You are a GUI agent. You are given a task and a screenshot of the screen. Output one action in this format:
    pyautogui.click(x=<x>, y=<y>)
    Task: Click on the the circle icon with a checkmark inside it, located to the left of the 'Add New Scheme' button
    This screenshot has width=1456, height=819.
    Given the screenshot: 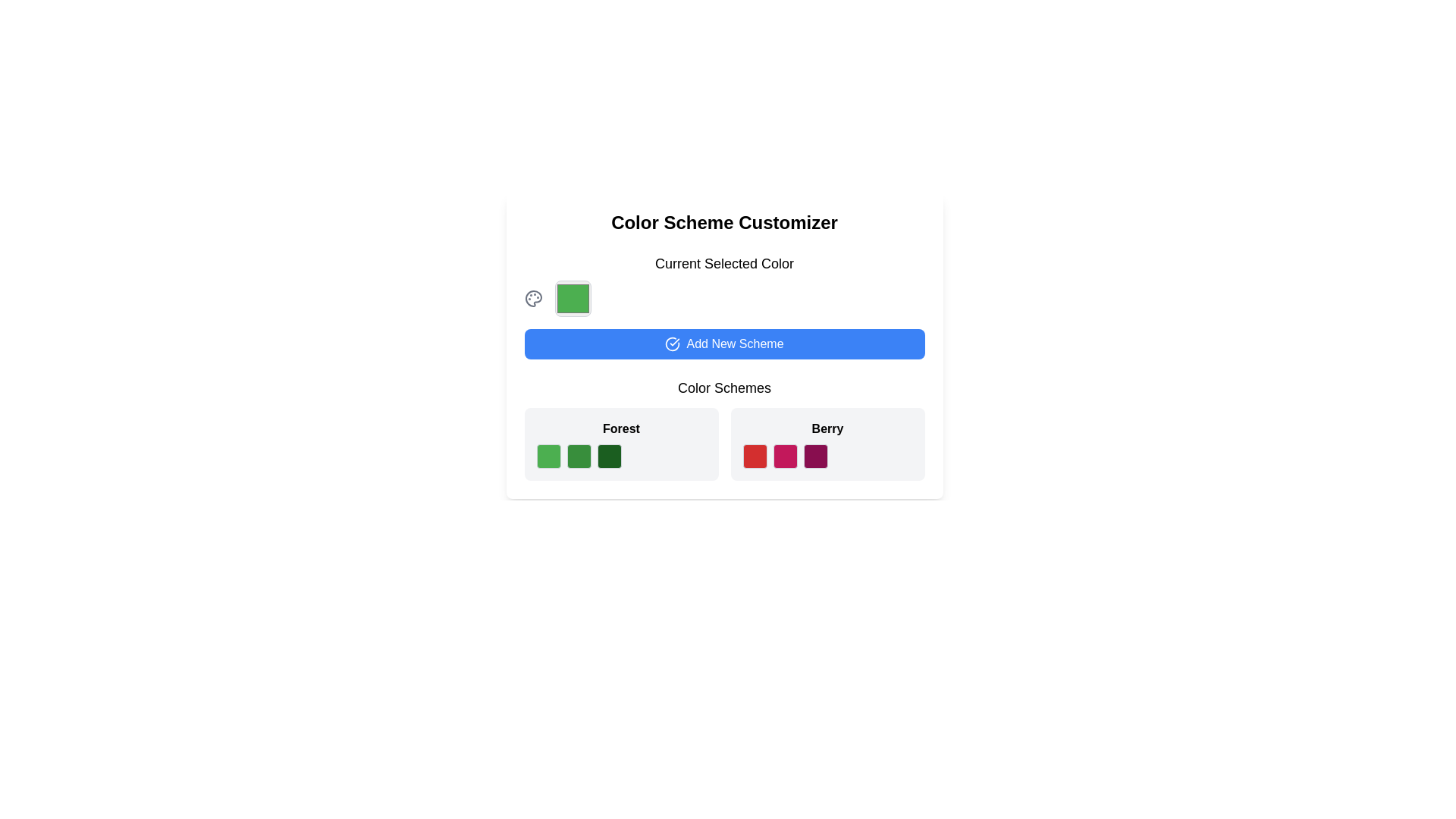 What is the action you would take?
    pyautogui.click(x=672, y=344)
    